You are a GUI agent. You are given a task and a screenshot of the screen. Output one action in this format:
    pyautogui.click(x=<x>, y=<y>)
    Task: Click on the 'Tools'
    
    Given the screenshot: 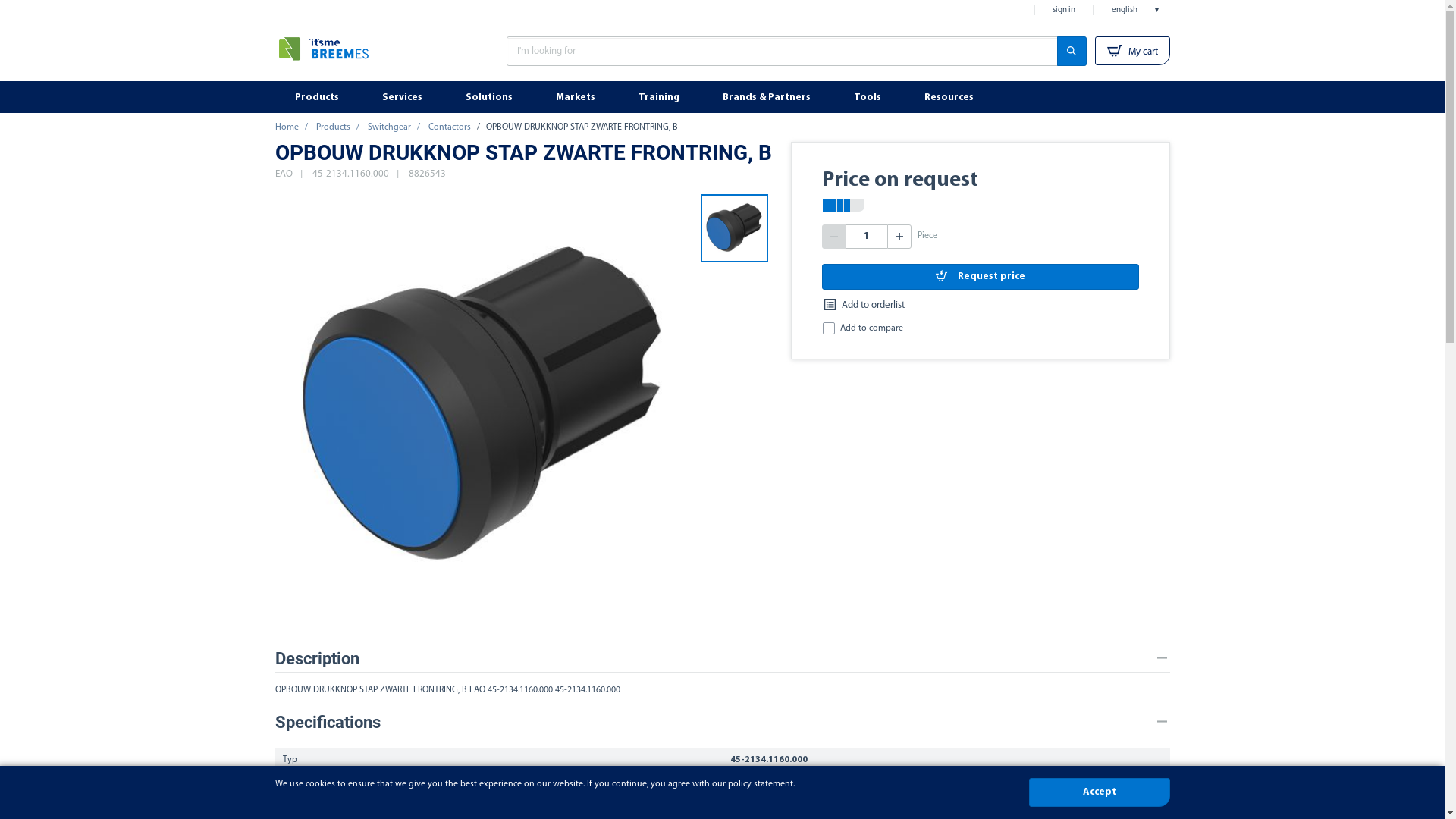 What is the action you would take?
    pyautogui.click(x=869, y=96)
    